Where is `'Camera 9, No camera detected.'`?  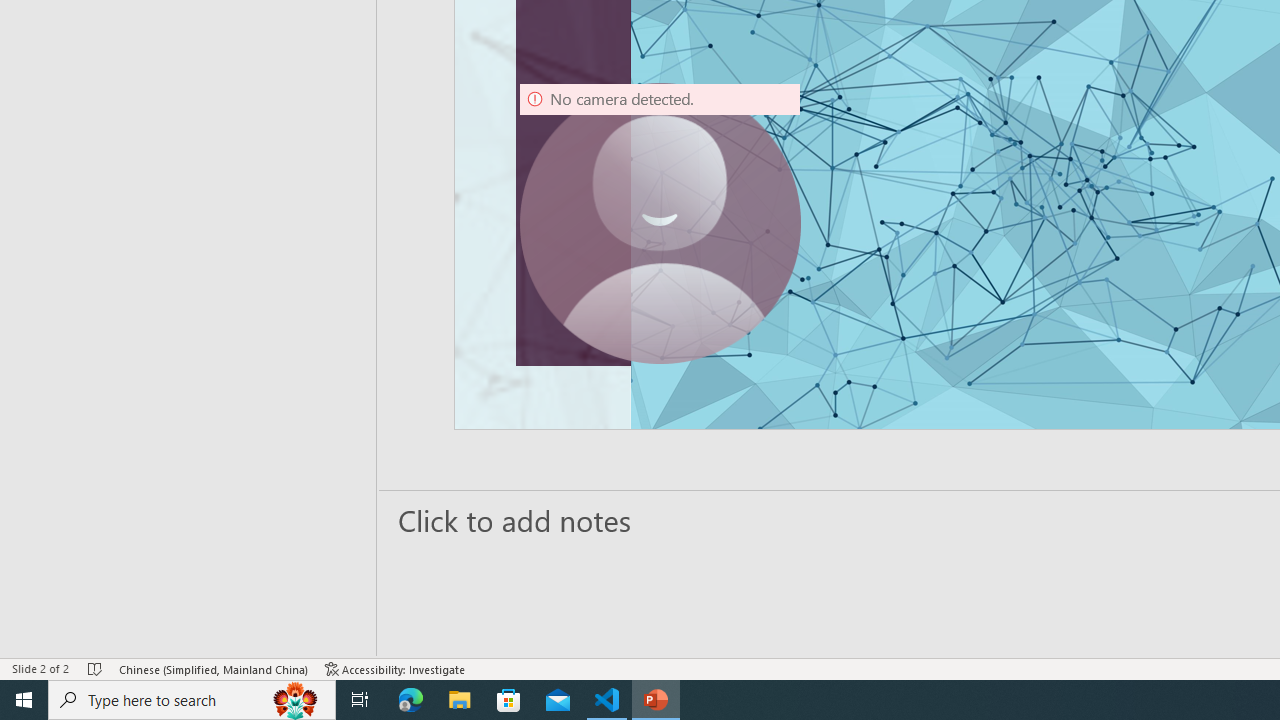 'Camera 9, No camera detected.' is located at coordinates (660, 223).